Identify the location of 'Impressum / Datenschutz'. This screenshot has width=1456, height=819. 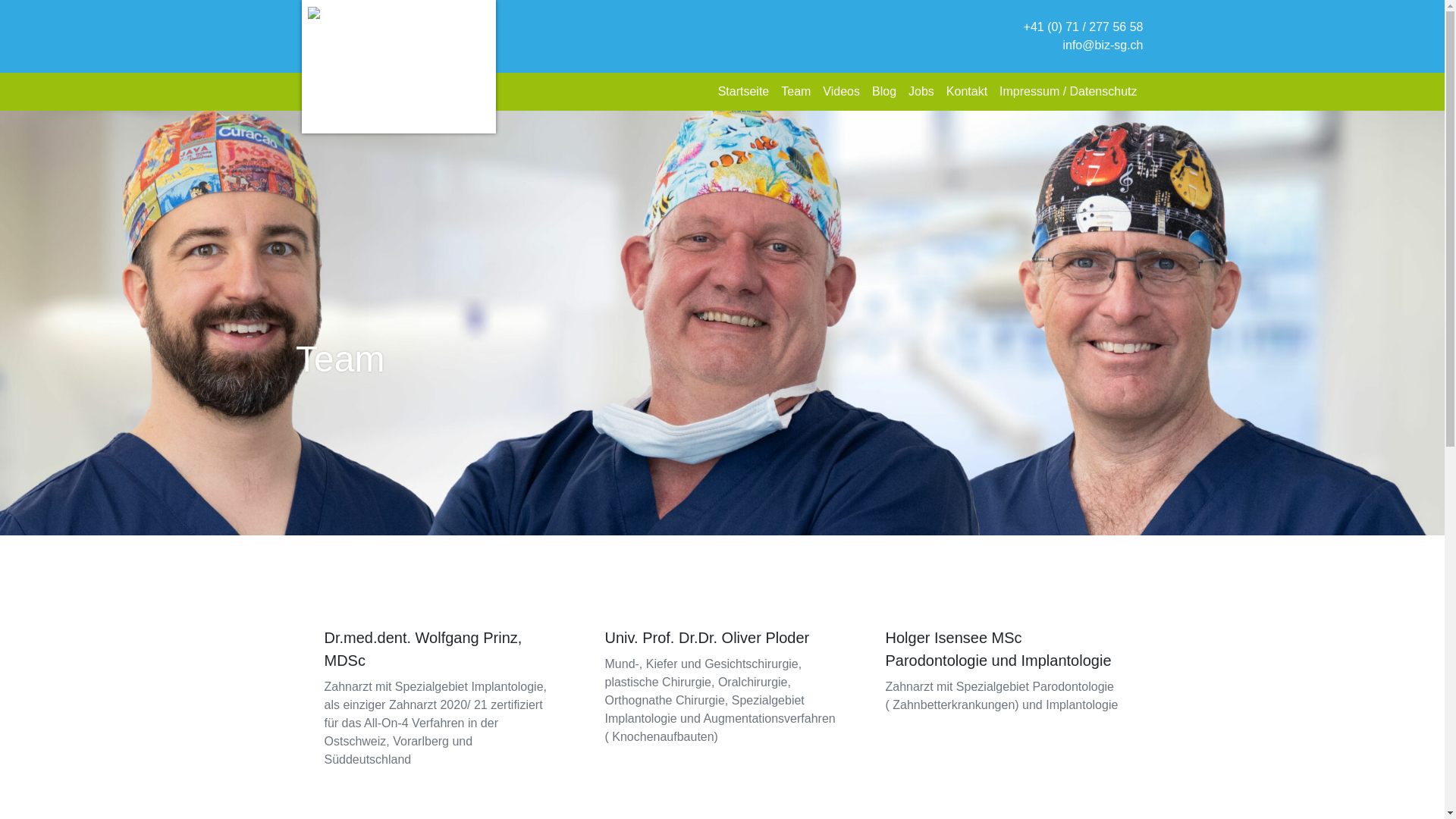
(1067, 91).